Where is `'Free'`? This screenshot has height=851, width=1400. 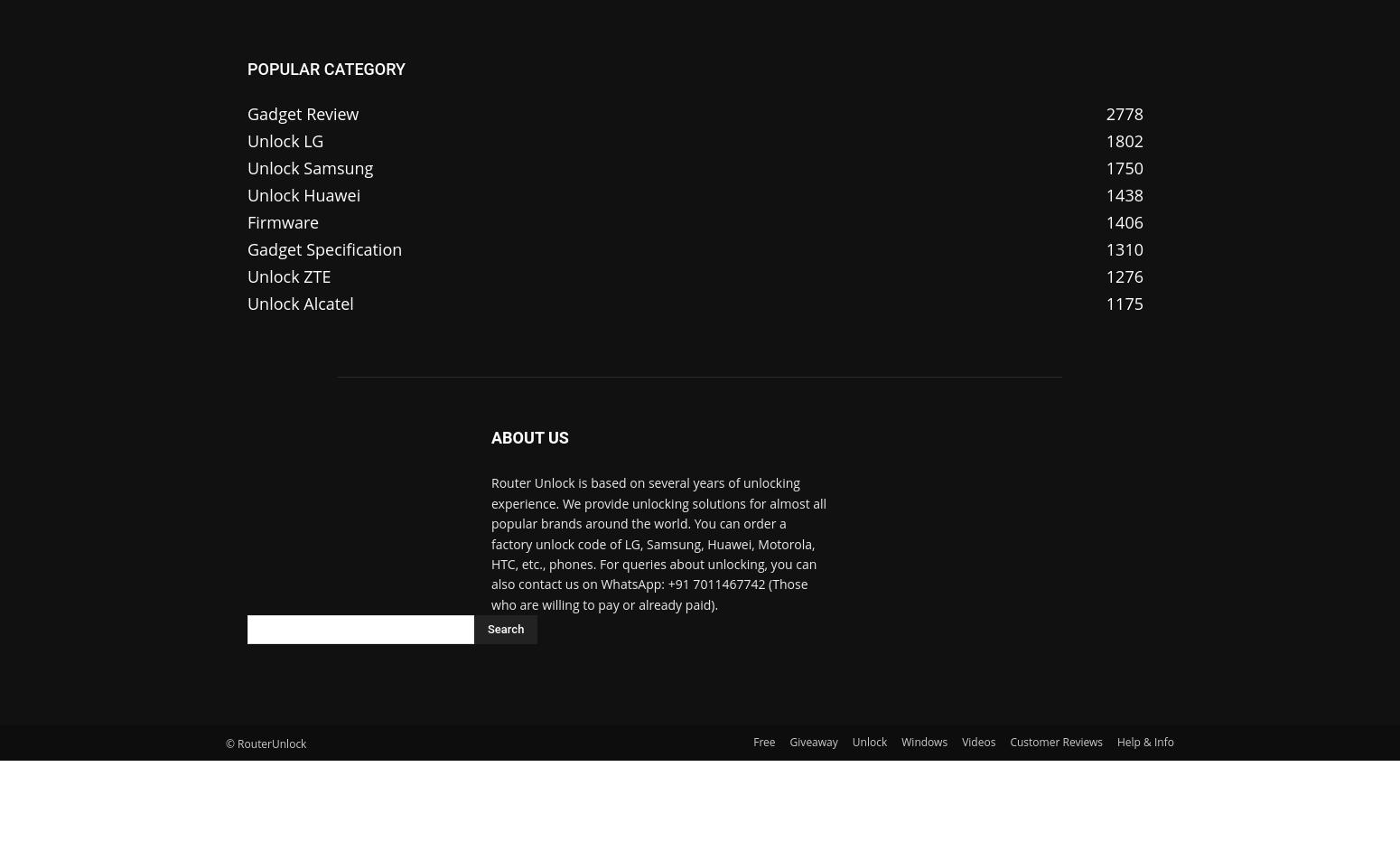 'Free' is located at coordinates (762, 741).